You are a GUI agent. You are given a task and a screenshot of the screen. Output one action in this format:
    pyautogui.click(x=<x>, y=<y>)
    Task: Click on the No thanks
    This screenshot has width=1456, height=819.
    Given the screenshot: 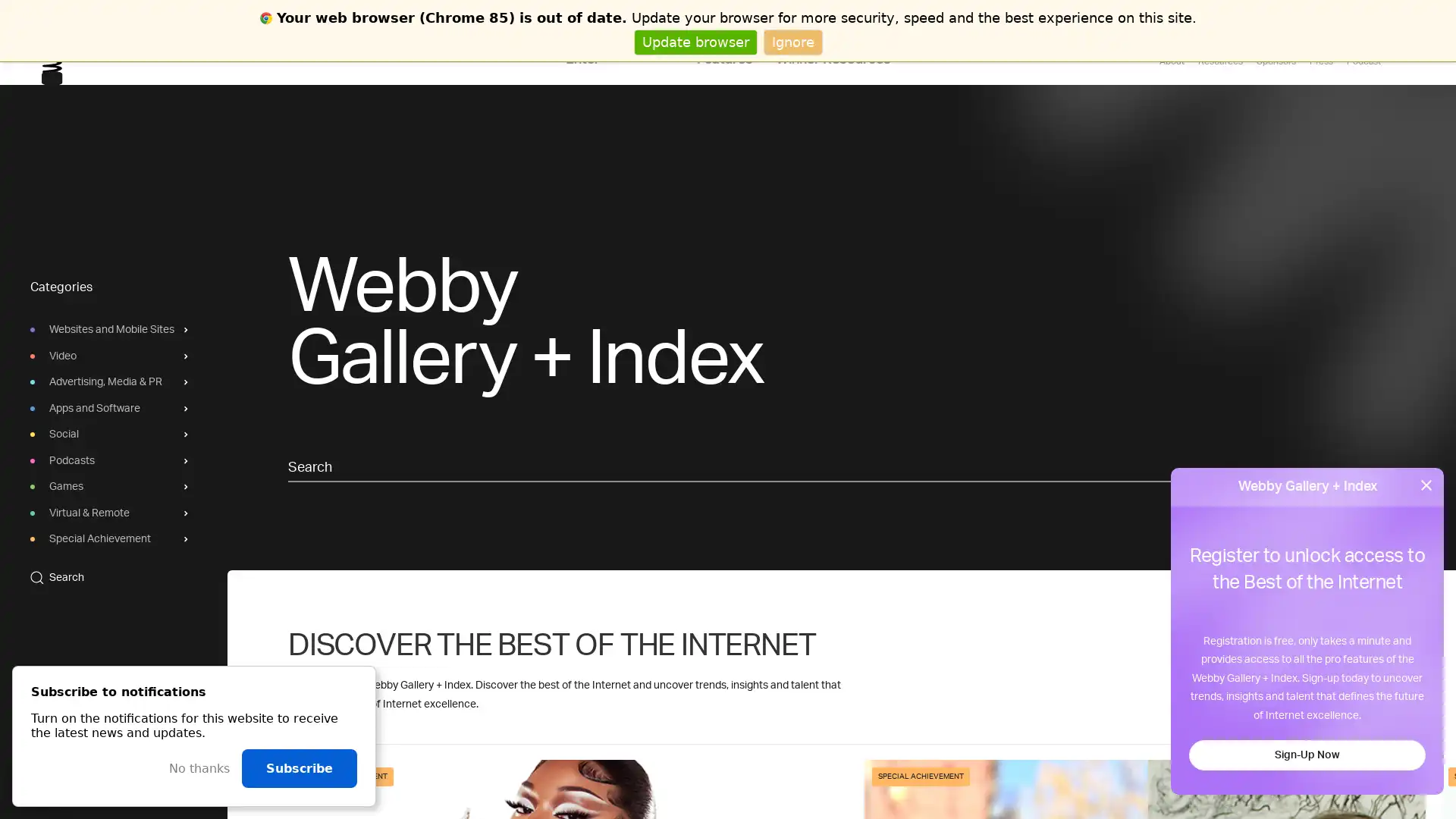 What is the action you would take?
    pyautogui.click(x=199, y=768)
    